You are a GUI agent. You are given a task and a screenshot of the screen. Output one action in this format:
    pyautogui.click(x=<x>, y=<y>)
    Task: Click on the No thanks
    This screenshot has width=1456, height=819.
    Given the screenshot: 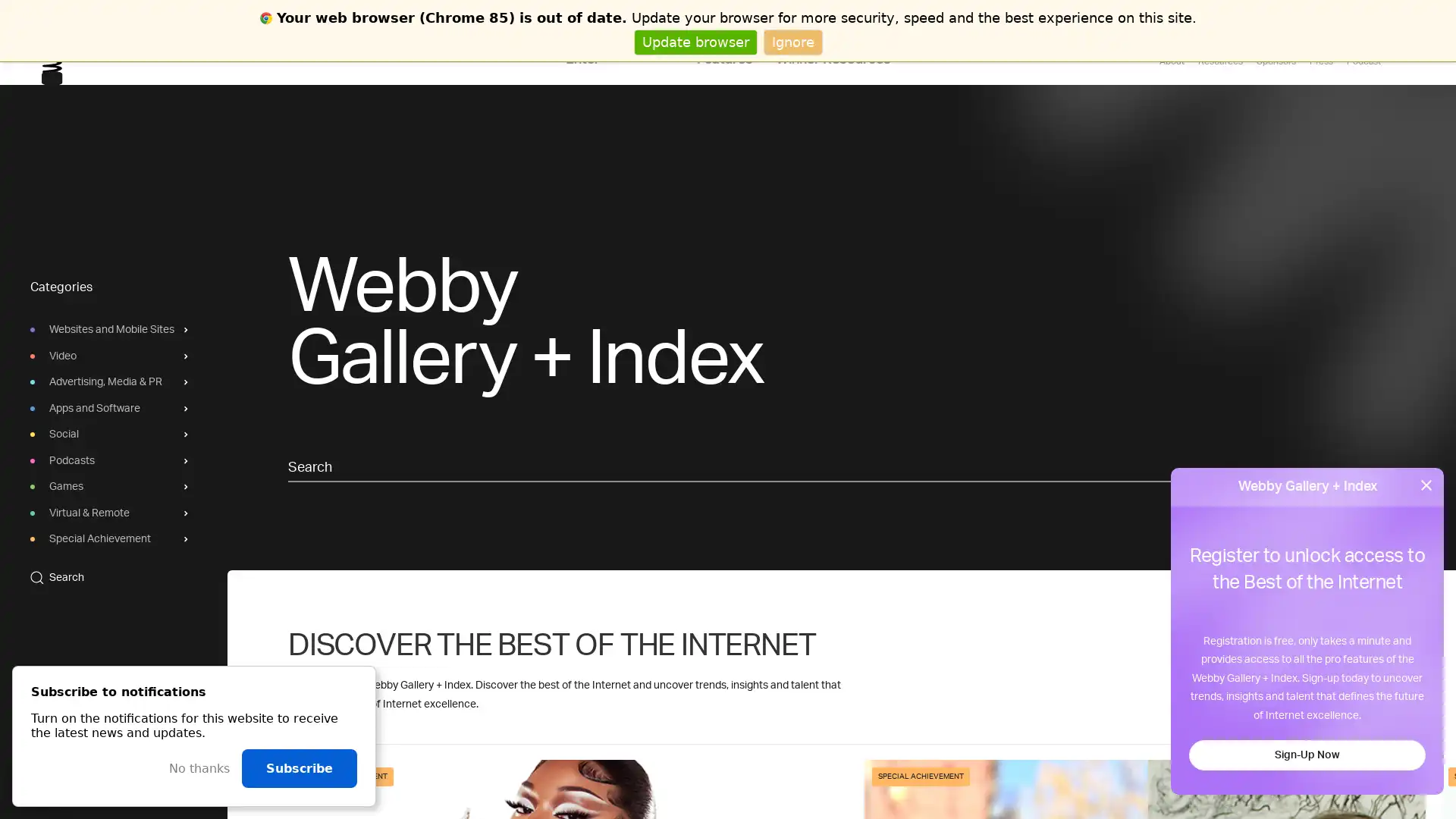 What is the action you would take?
    pyautogui.click(x=199, y=768)
    